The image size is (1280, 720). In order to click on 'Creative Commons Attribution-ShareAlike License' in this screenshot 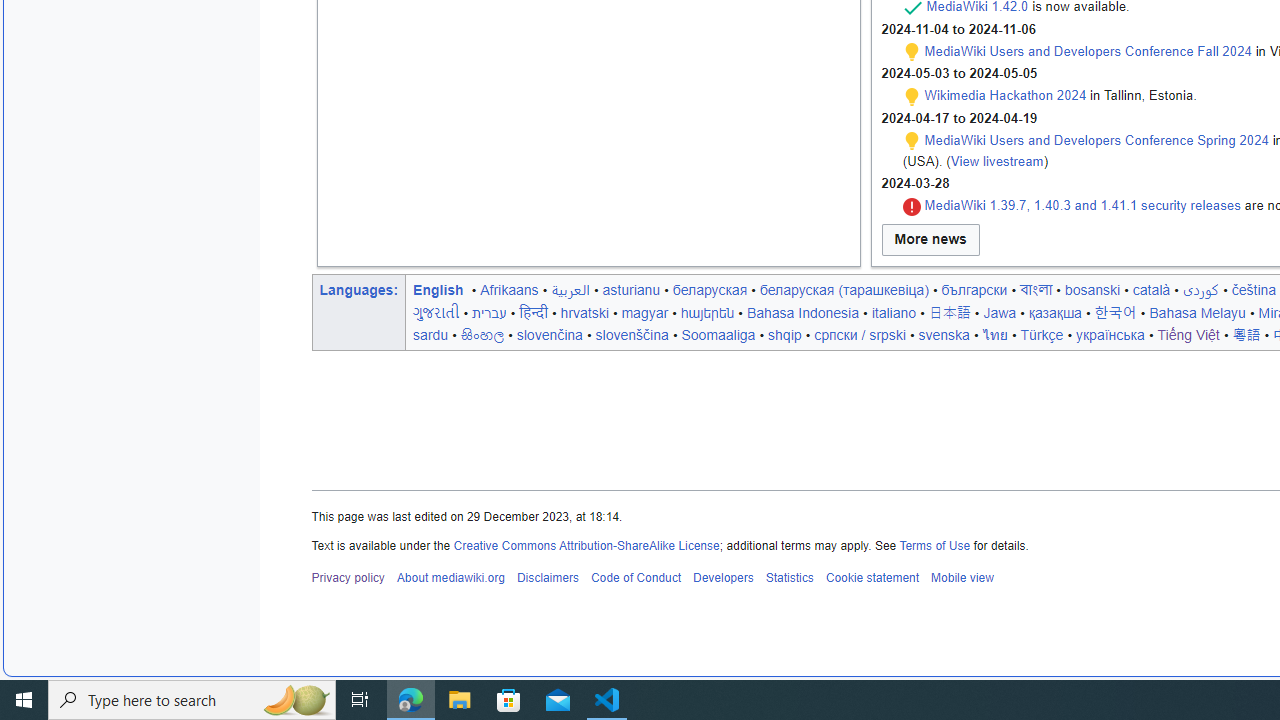, I will do `click(585, 545)`.